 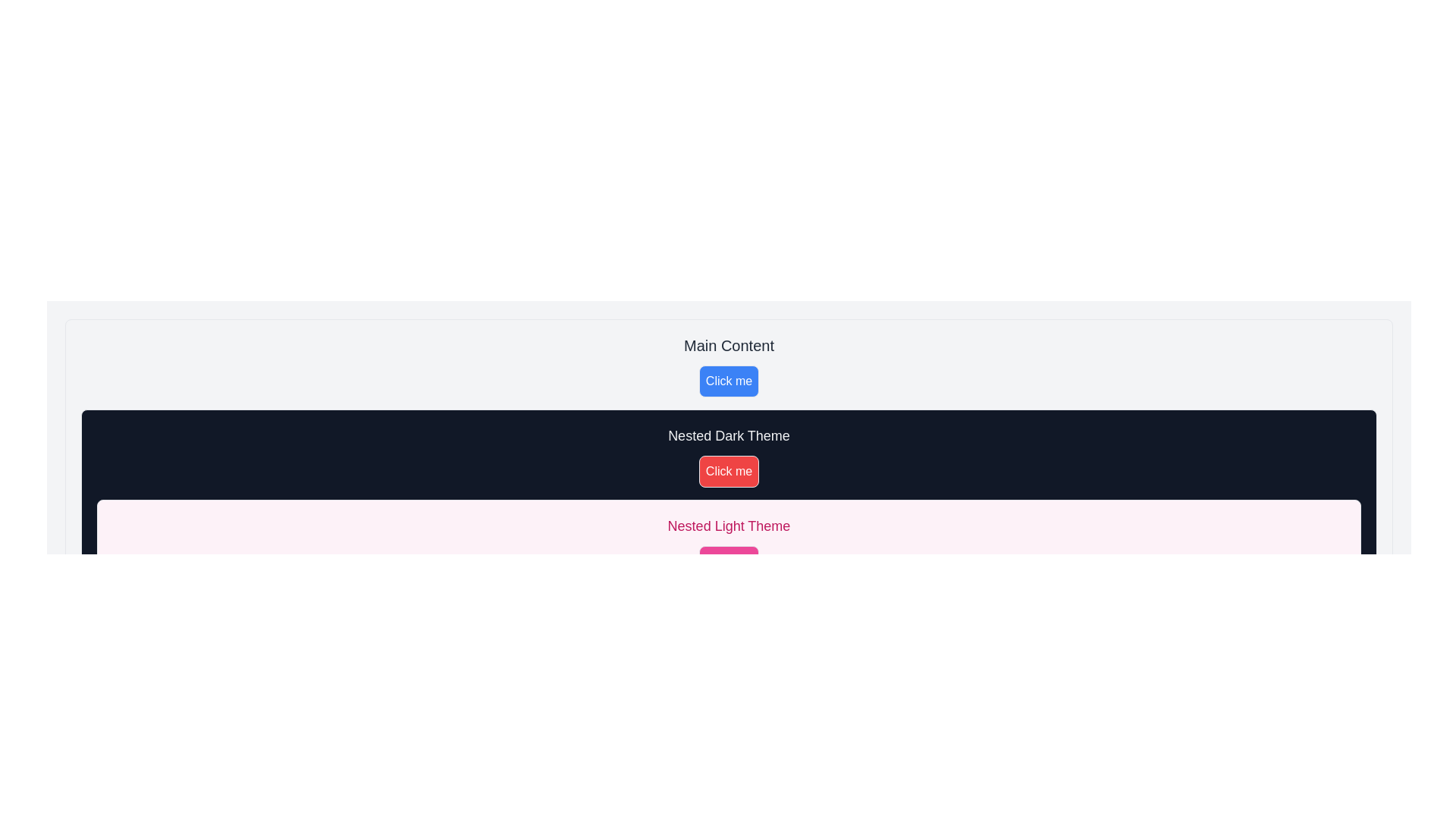 What do you see at coordinates (729, 380) in the screenshot?
I see `the button labeled 'Click me' with a blue background and white text` at bounding box center [729, 380].